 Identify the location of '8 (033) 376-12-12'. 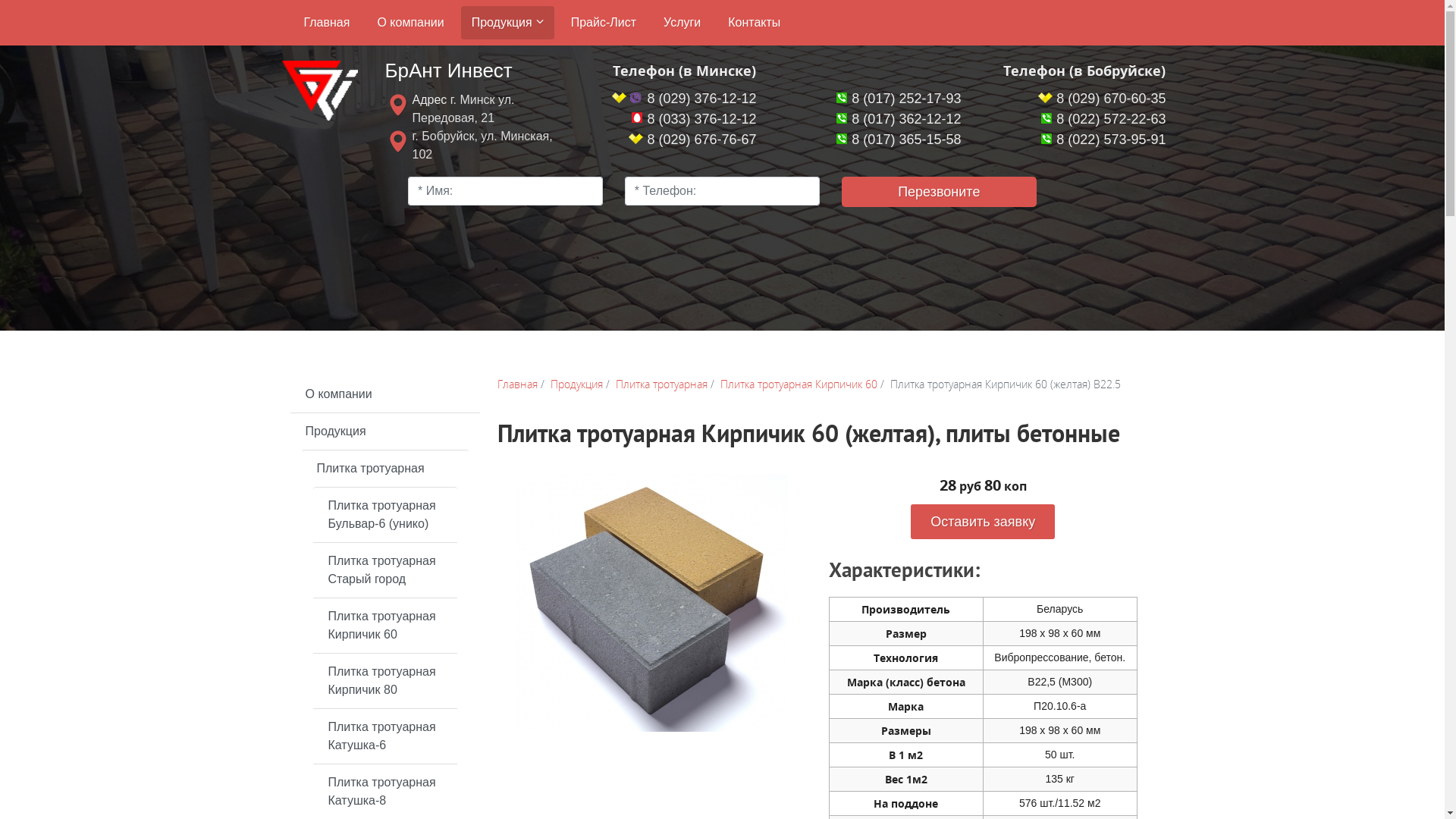
(692, 118).